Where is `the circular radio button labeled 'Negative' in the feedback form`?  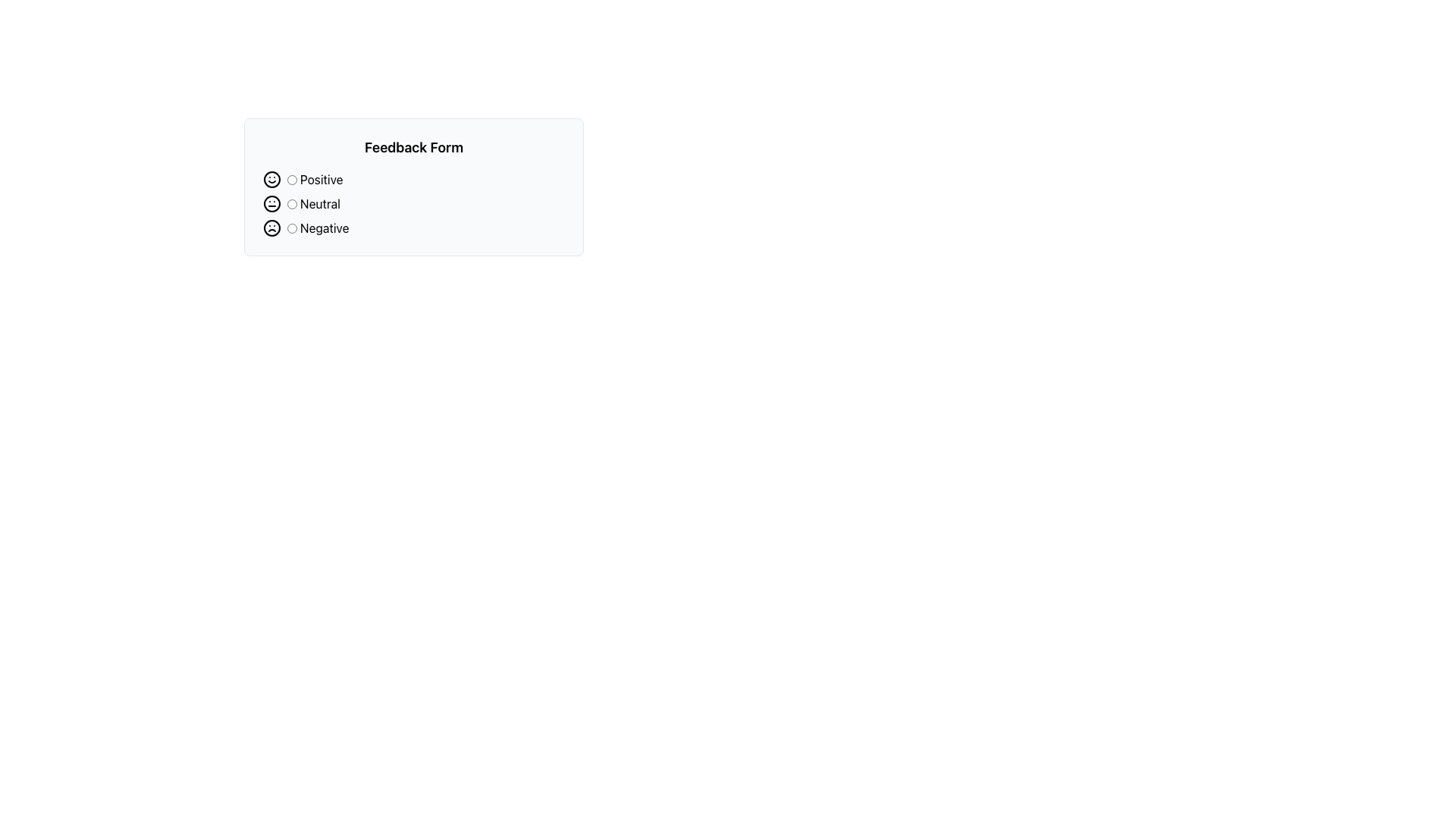 the circular radio button labeled 'Negative' in the feedback form is located at coordinates (292, 227).